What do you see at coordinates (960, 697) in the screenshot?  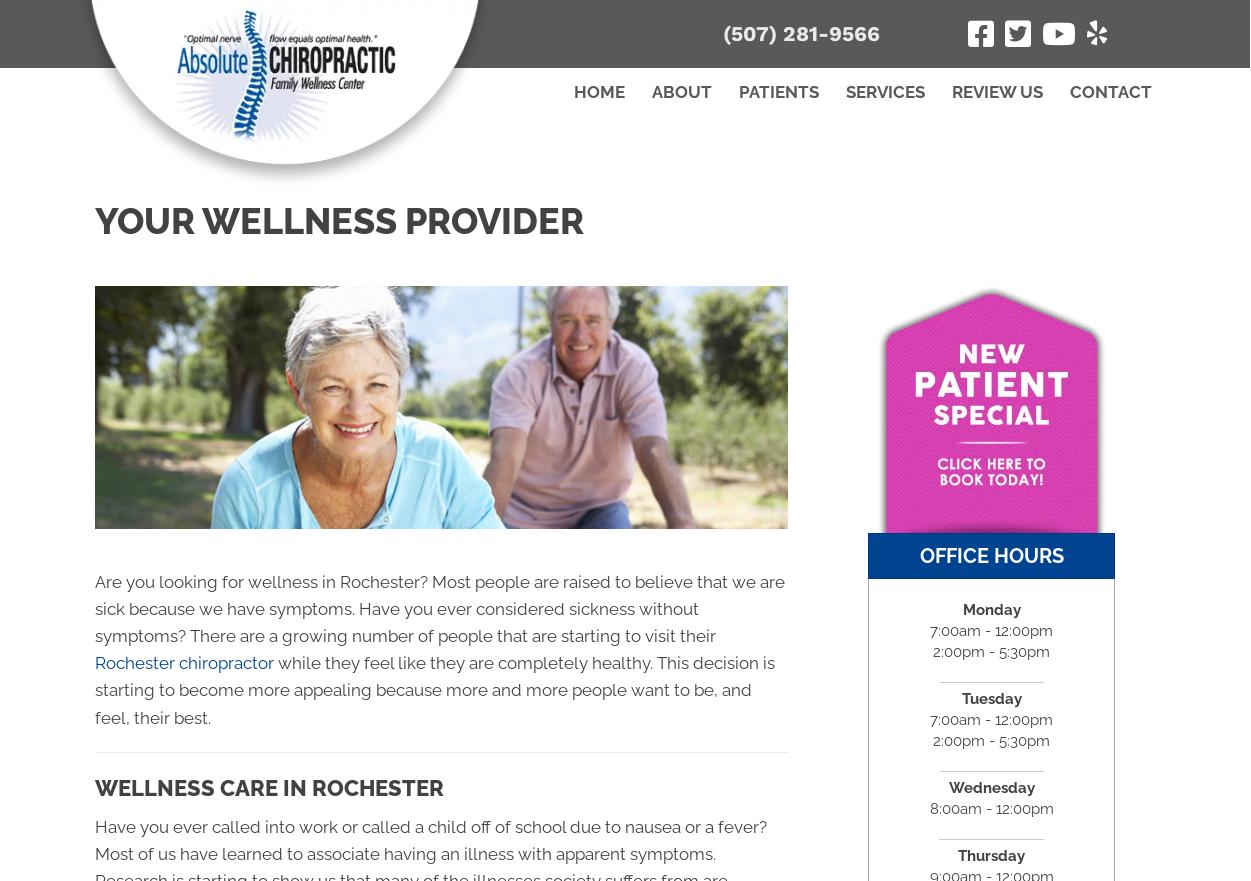 I see `'Tuesday'` at bounding box center [960, 697].